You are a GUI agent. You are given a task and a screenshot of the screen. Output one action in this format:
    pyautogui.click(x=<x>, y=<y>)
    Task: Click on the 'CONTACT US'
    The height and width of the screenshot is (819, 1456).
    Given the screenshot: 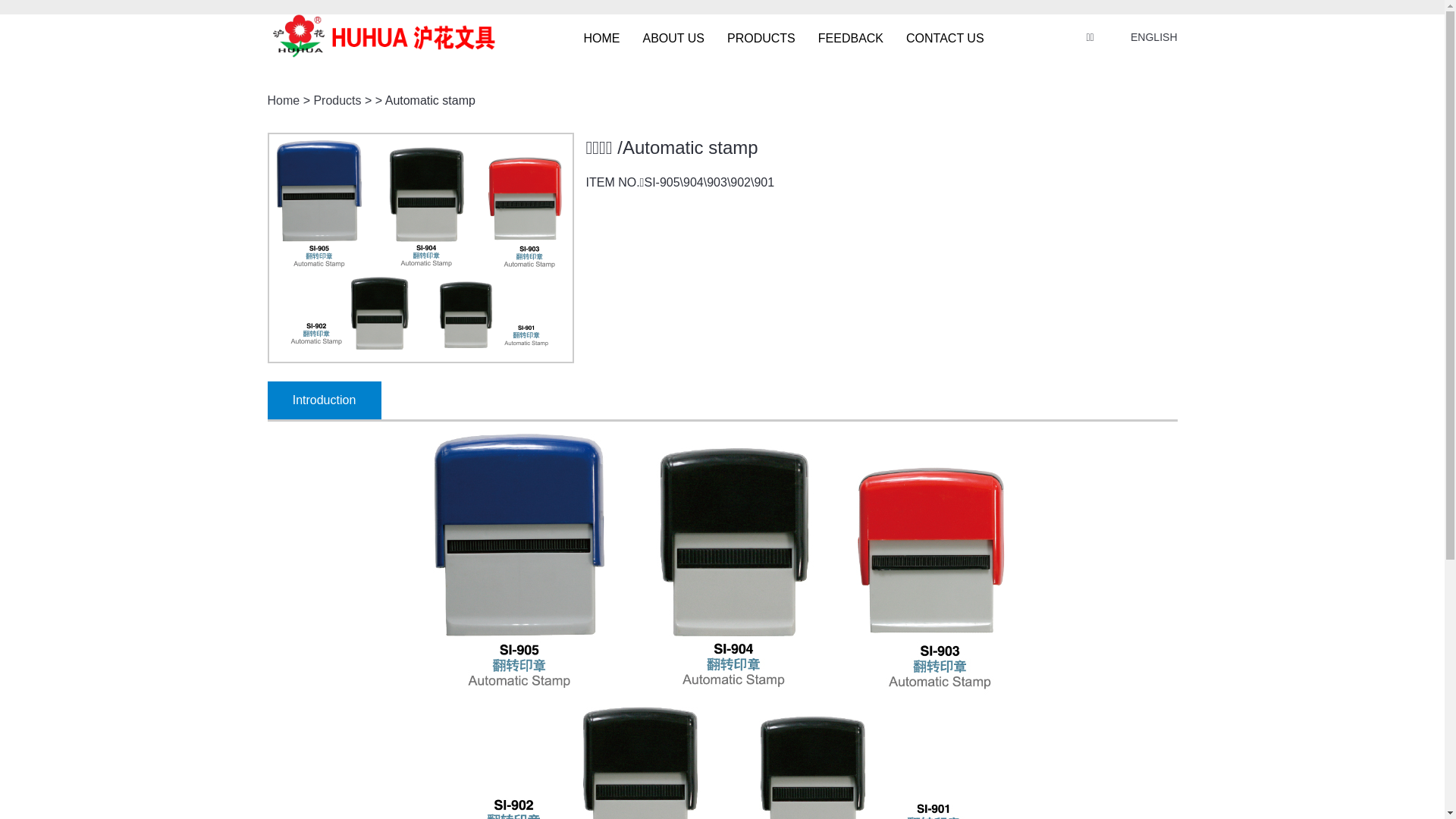 What is the action you would take?
    pyautogui.click(x=906, y=37)
    